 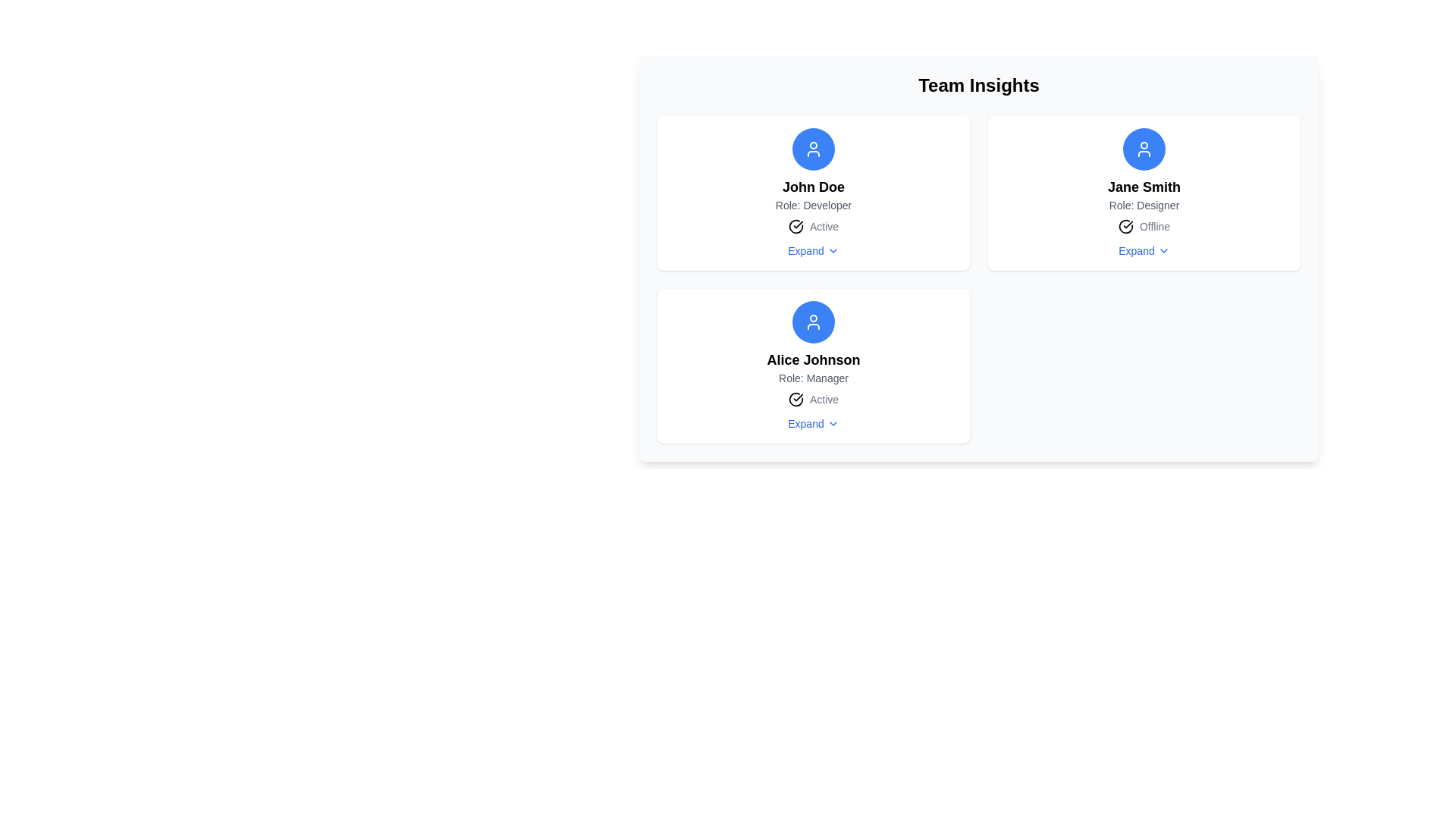 I want to click on the user profile icon, which is a white outline of a person within a circular blue background, located in the 'Team Insights' section under 'John Doe', so click(x=813, y=321).